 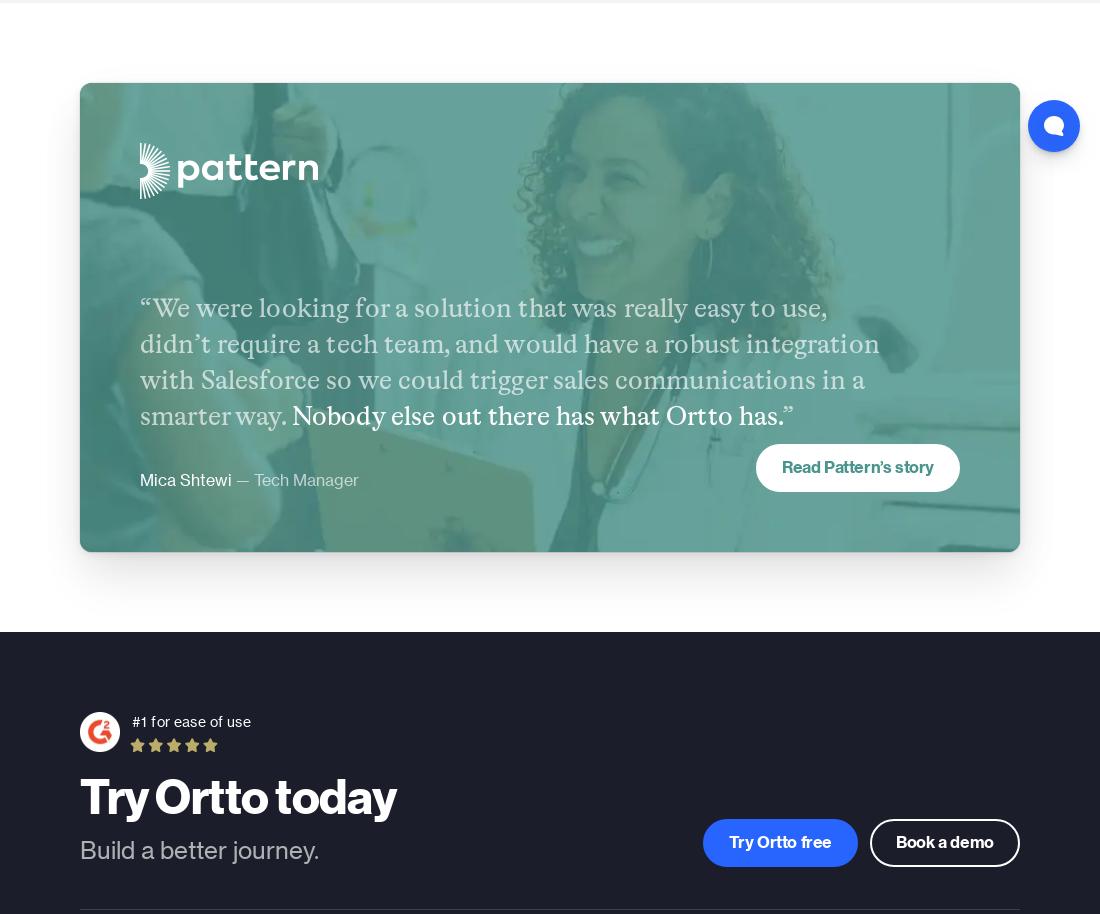 I want to click on 'Nobody else out there has what Ortto has.', so click(x=536, y=416).